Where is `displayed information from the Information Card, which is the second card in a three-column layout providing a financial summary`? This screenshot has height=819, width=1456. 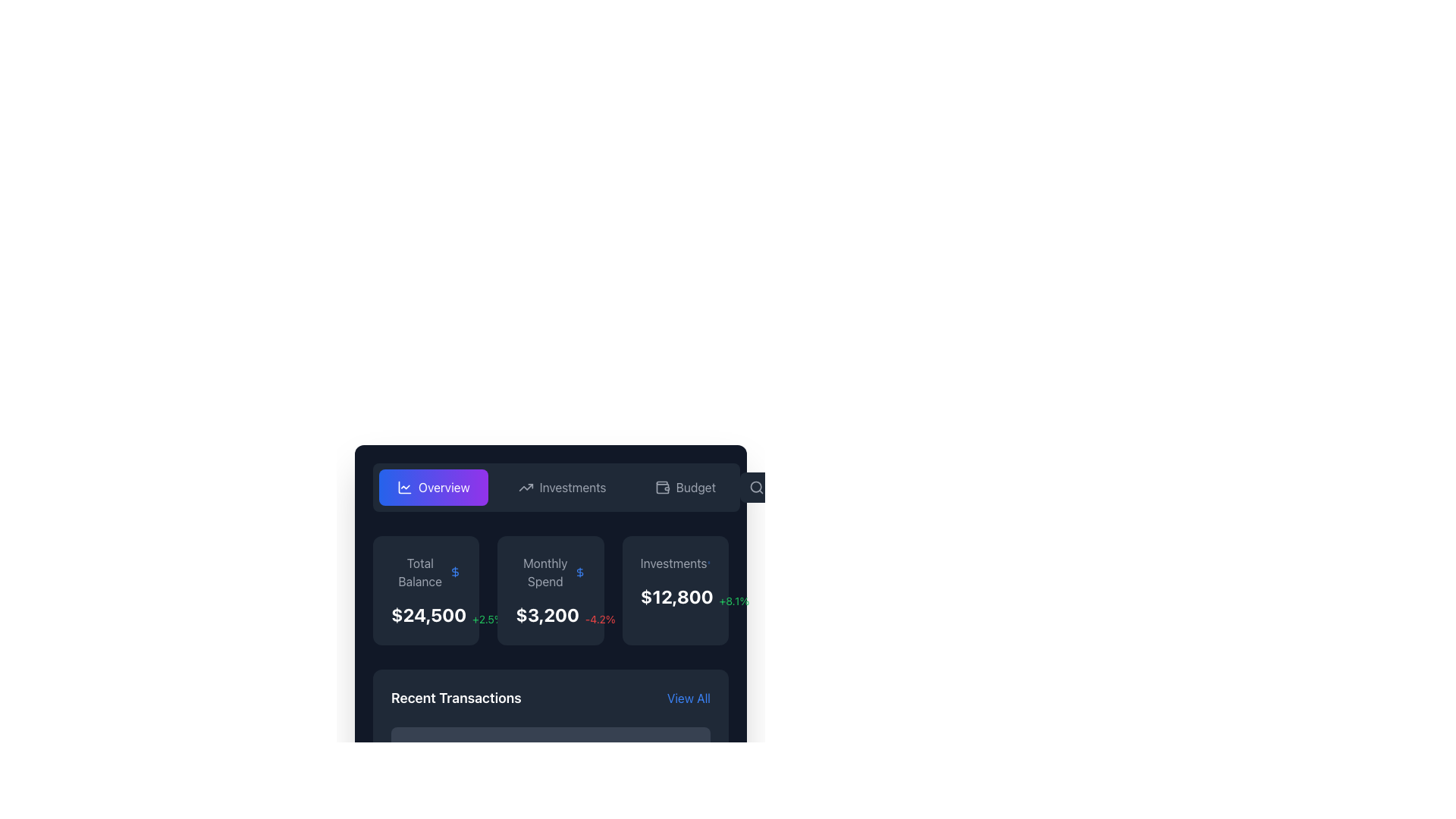
displayed information from the Information Card, which is the second card in a three-column layout providing a financial summary is located at coordinates (550, 590).